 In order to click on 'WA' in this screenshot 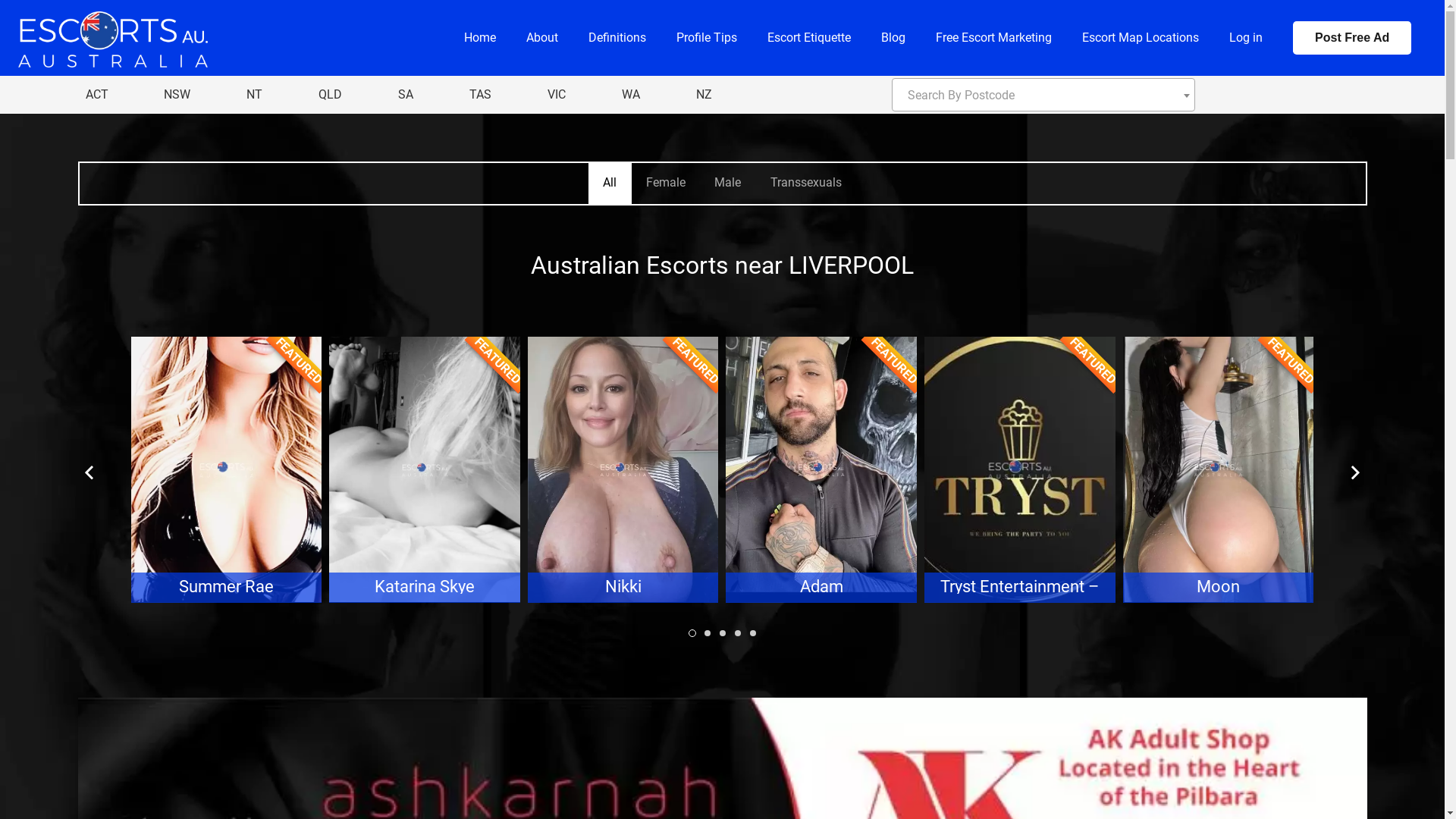, I will do `click(614, 94)`.